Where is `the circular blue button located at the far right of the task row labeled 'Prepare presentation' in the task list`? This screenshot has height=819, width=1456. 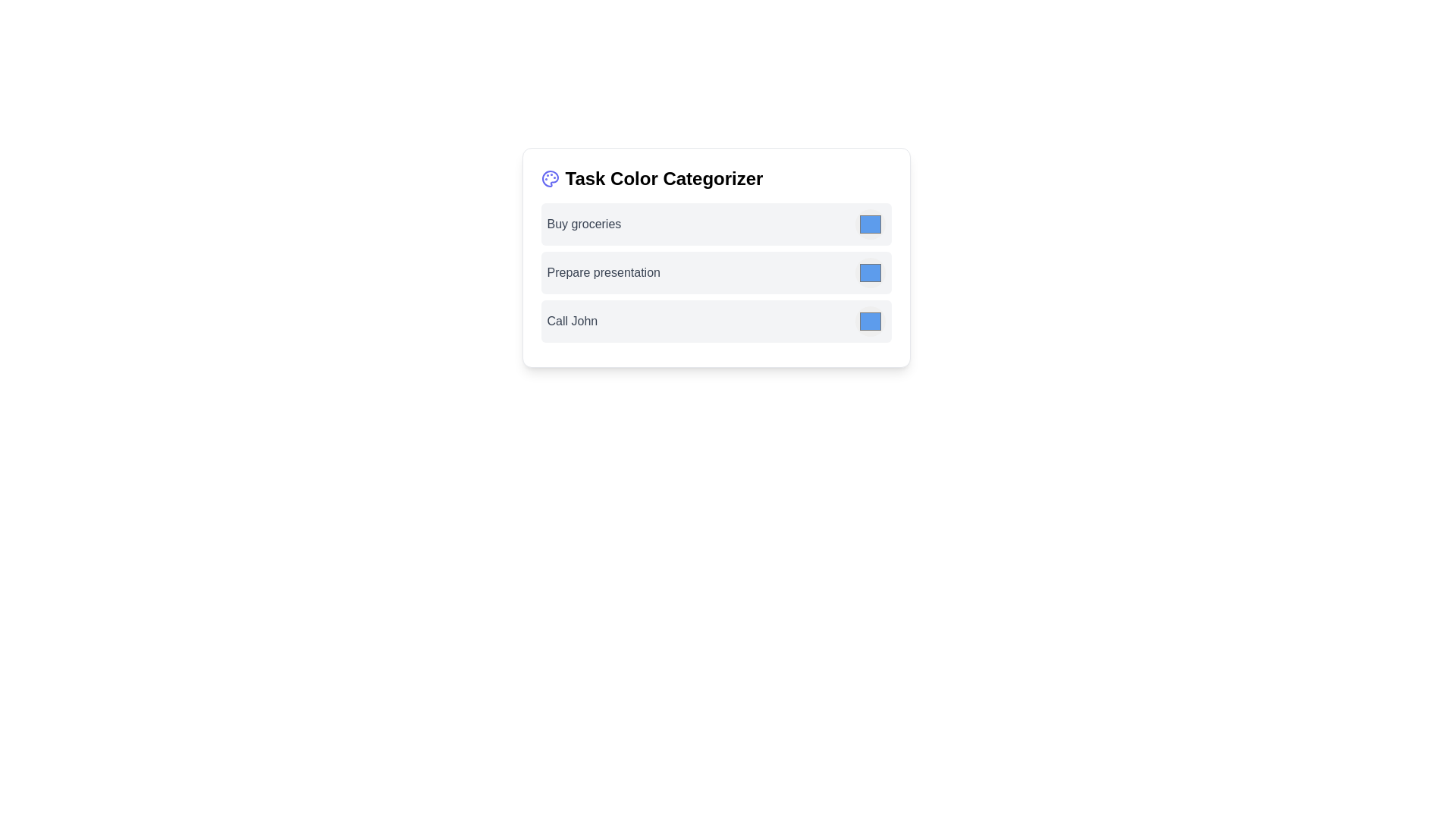
the circular blue button located at the far right of the task row labeled 'Prepare presentation' in the task list is located at coordinates (870, 271).